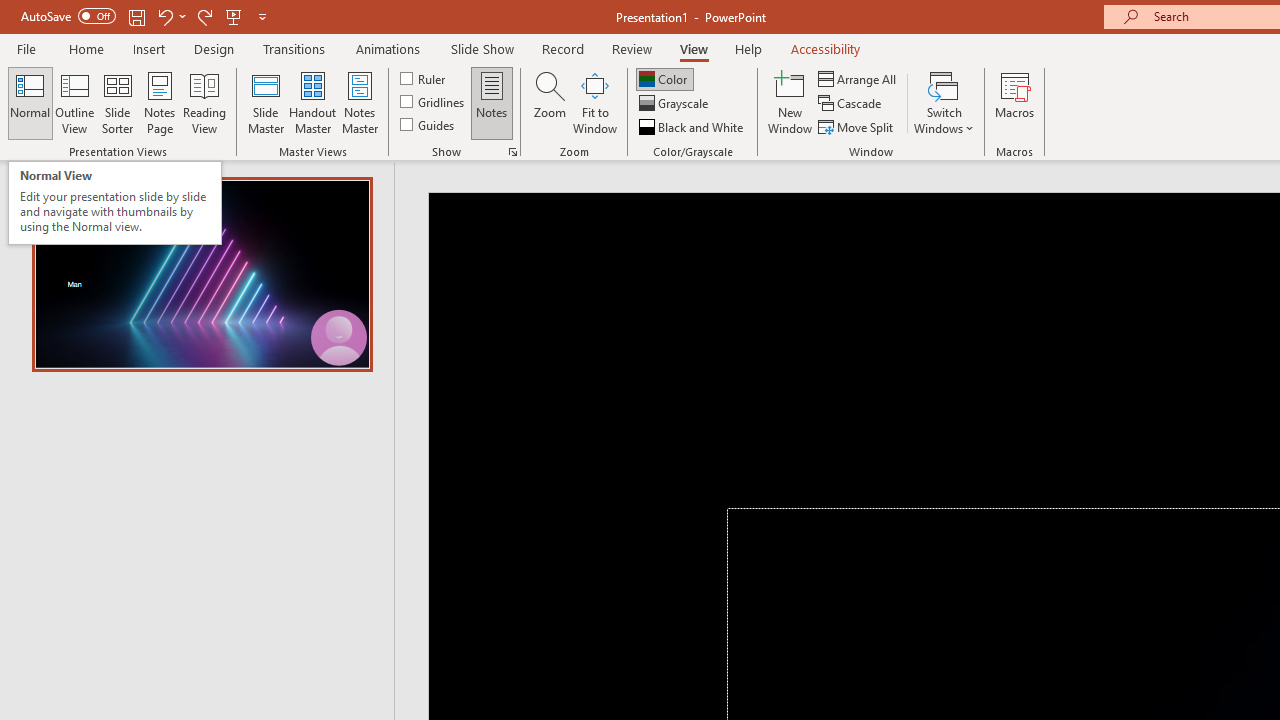  Describe the element at coordinates (311, 103) in the screenshot. I see `'Handout Master'` at that location.